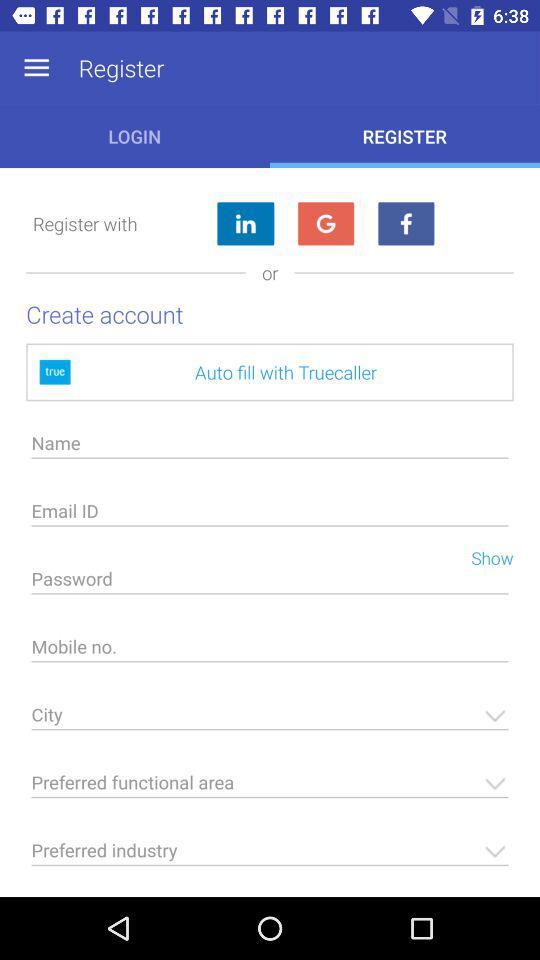 The image size is (540, 960). Describe the element at coordinates (270, 720) in the screenshot. I see `your city` at that location.